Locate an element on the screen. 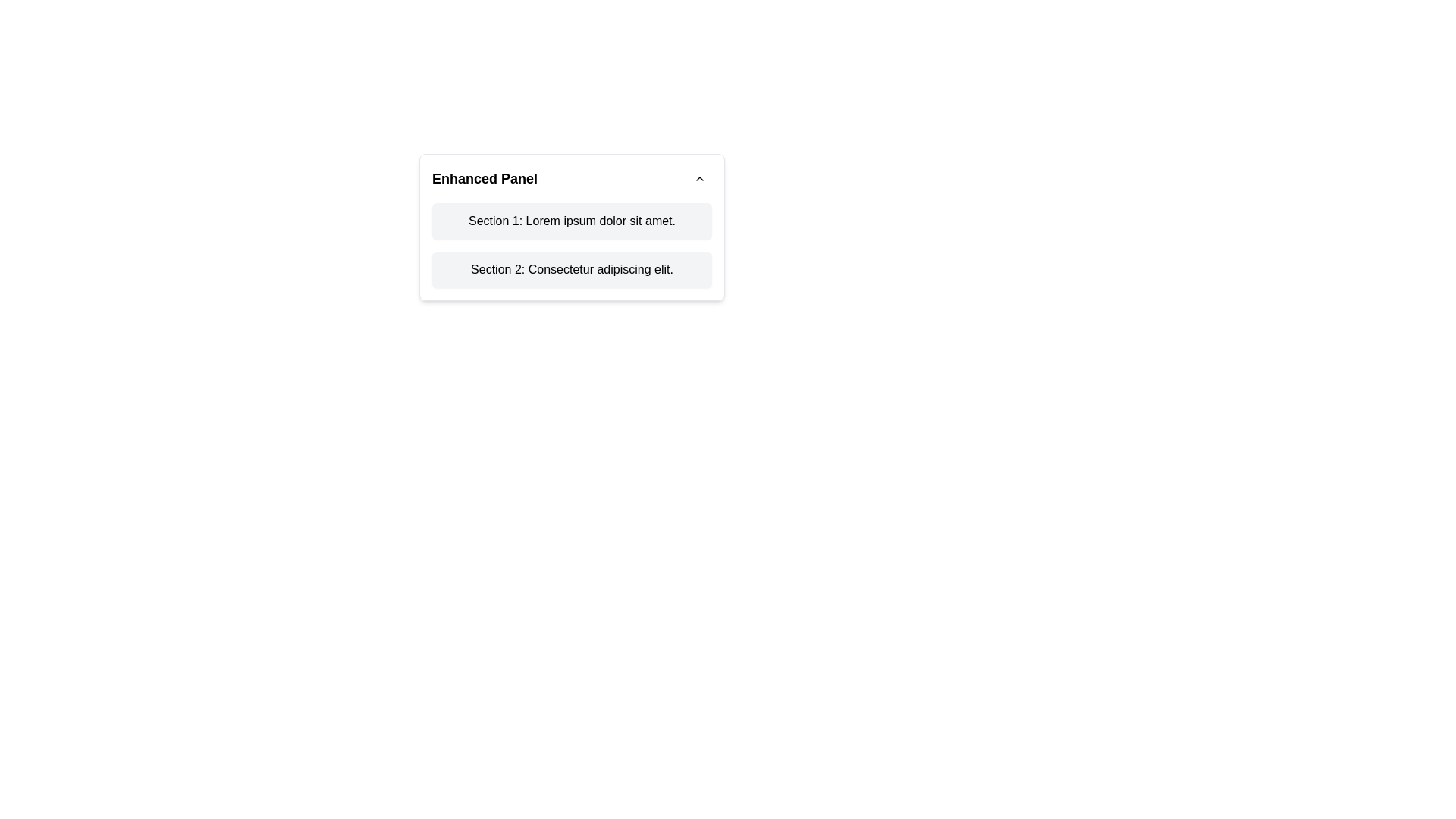 The height and width of the screenshot is (819, 1456). the Text Label that serves as a header for the panel, located at the top-left corner of the panel, directly to the left of an interactive circular button is located at coordinates (484, 177).